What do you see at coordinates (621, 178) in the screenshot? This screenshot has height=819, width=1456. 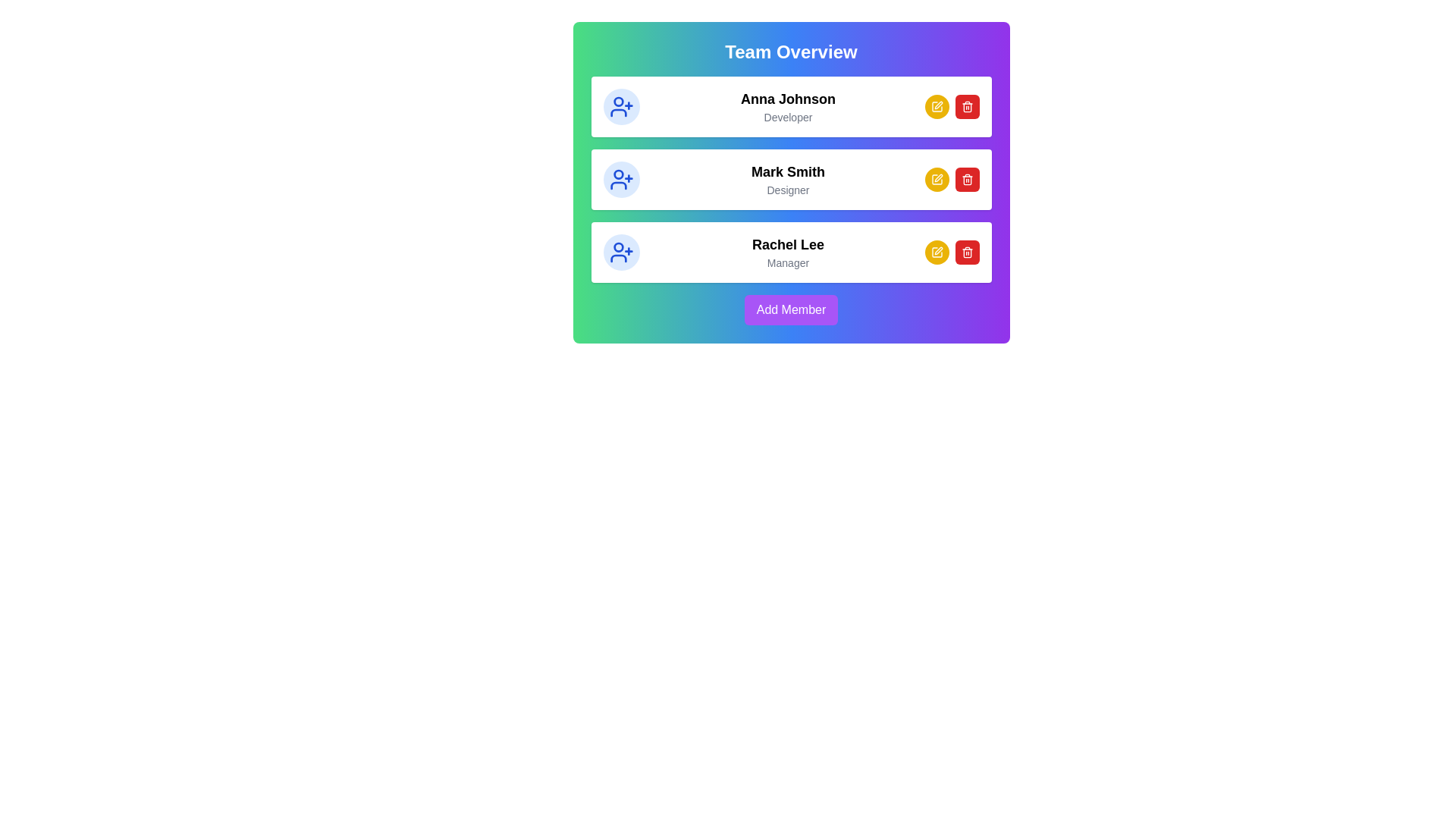 I see `the circular light blue icon with a white plus sign and user profile silhouette located in the upper-left portion of Mark Smith's user profile card` at bounding box center [621, 178].